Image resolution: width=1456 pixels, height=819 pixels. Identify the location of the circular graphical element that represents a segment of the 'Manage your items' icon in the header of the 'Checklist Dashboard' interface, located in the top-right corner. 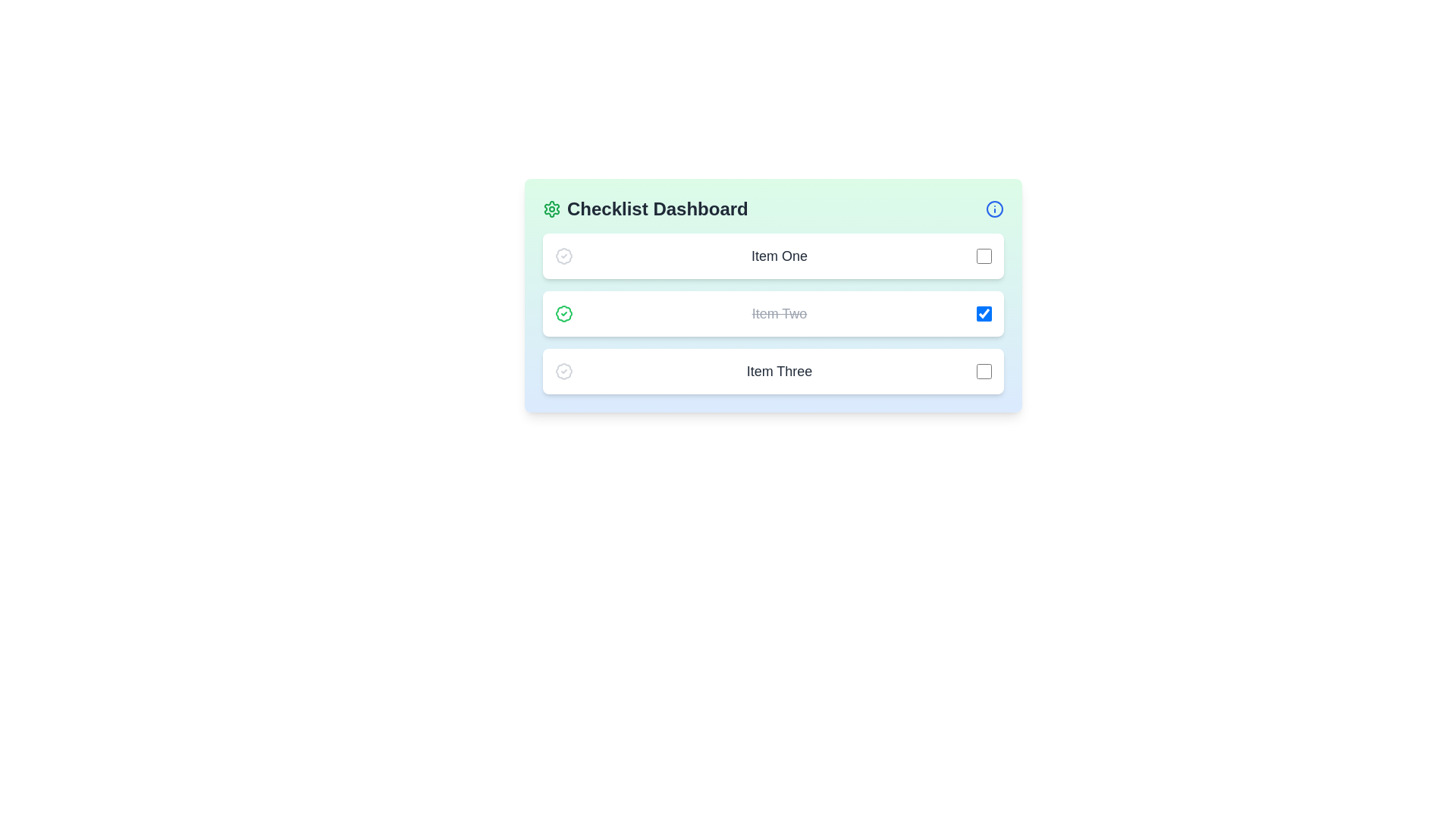
(994, 209).